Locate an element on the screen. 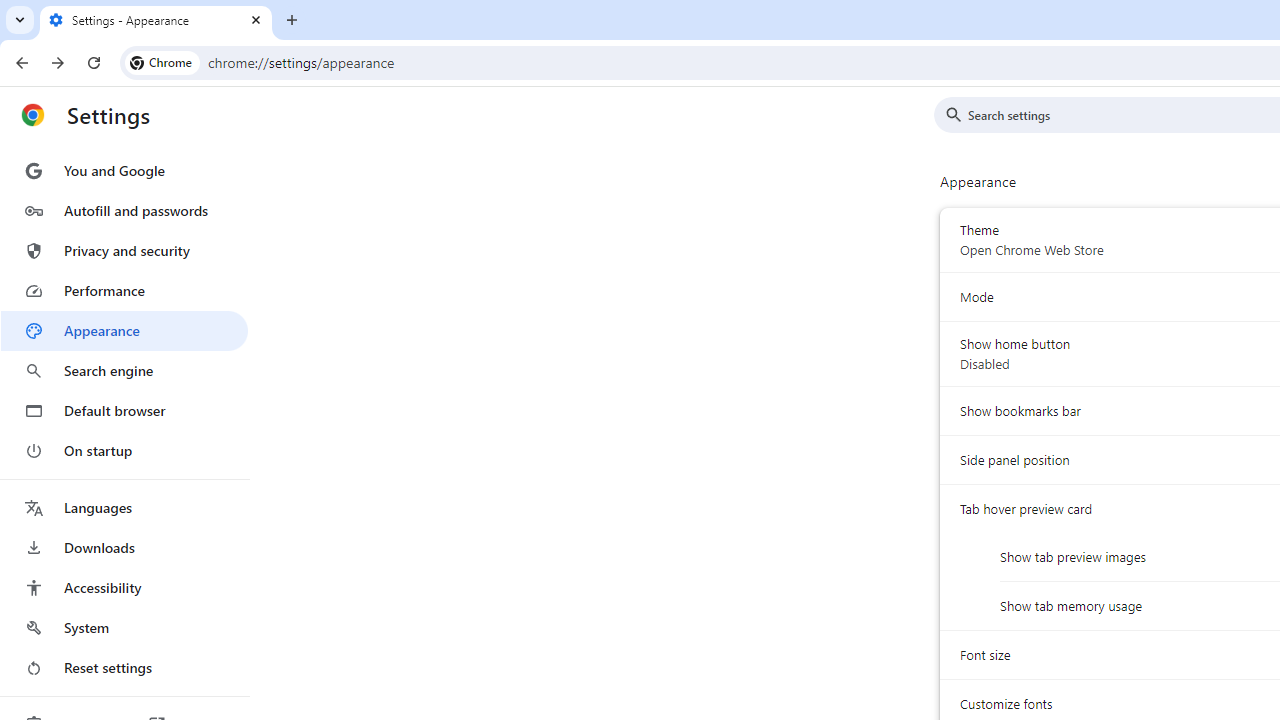  'Autofill and passwords' is located at coordinates (123, 210).